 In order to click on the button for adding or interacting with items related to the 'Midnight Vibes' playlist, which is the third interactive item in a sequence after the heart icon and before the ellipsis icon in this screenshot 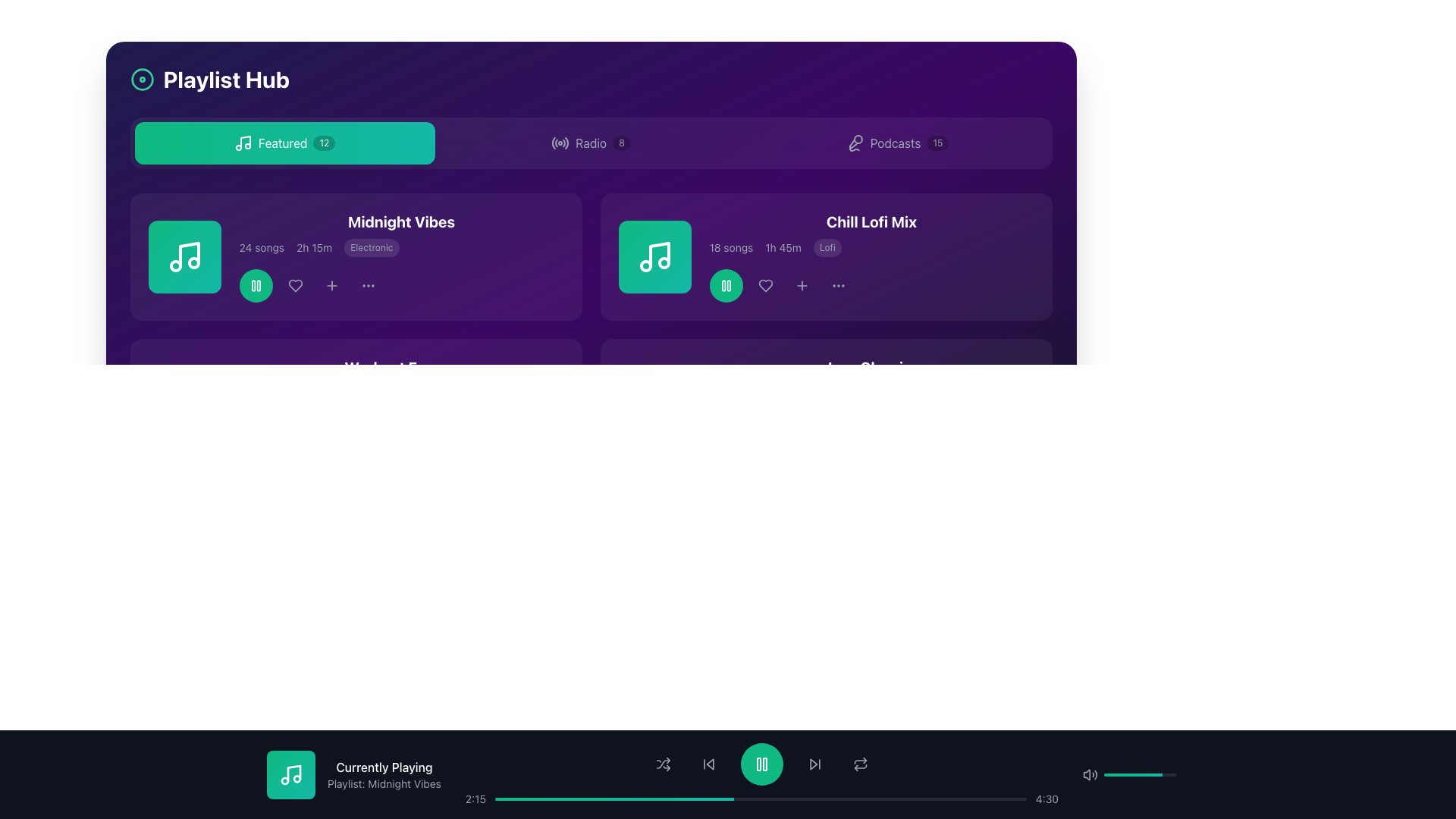, I will do `click(331, 286)`.